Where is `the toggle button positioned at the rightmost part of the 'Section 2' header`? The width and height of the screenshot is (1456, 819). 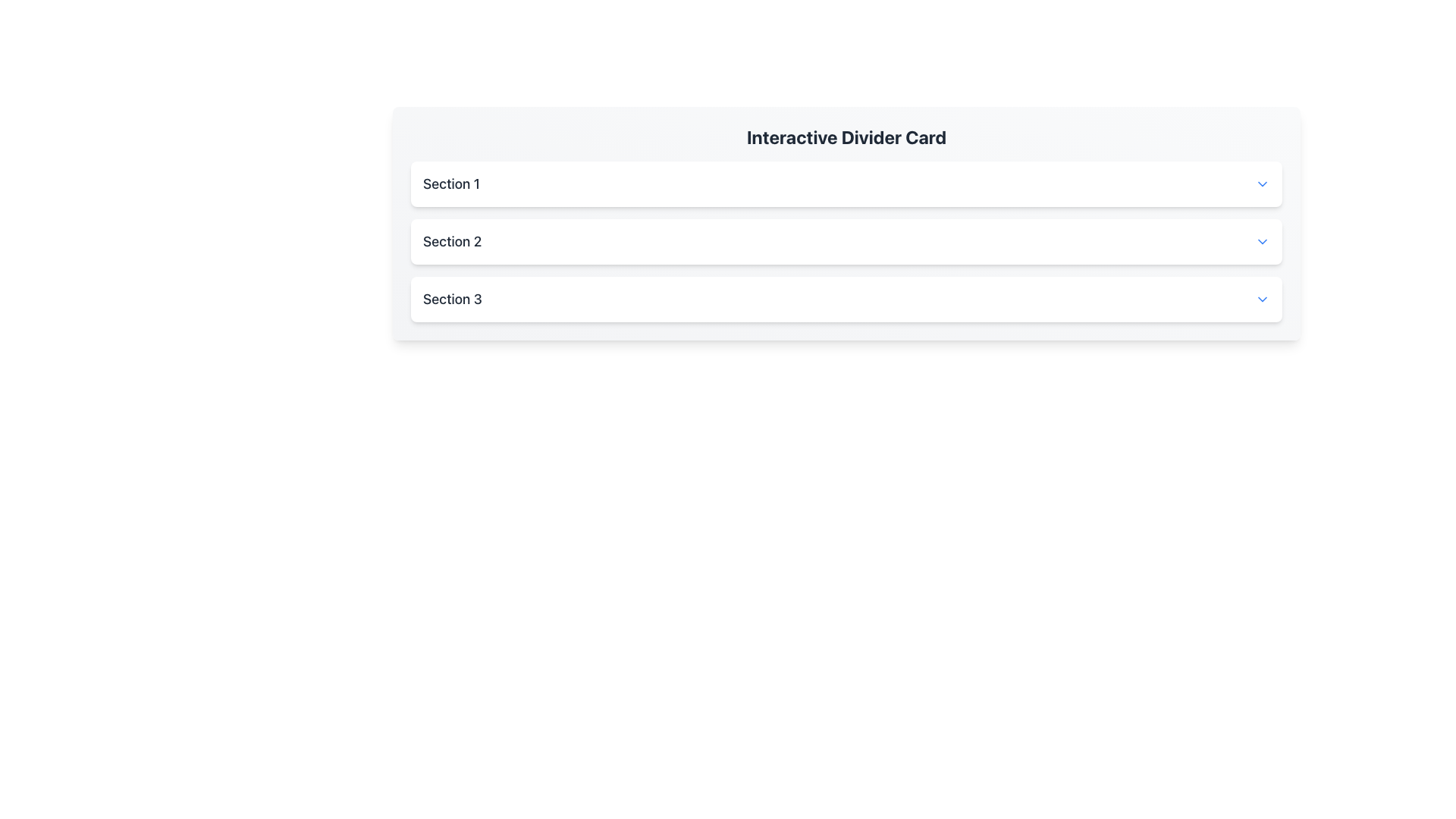 the toggle button positioned at the rightmost part of the 'Section 2' header is located at coordinates (1263, 241).